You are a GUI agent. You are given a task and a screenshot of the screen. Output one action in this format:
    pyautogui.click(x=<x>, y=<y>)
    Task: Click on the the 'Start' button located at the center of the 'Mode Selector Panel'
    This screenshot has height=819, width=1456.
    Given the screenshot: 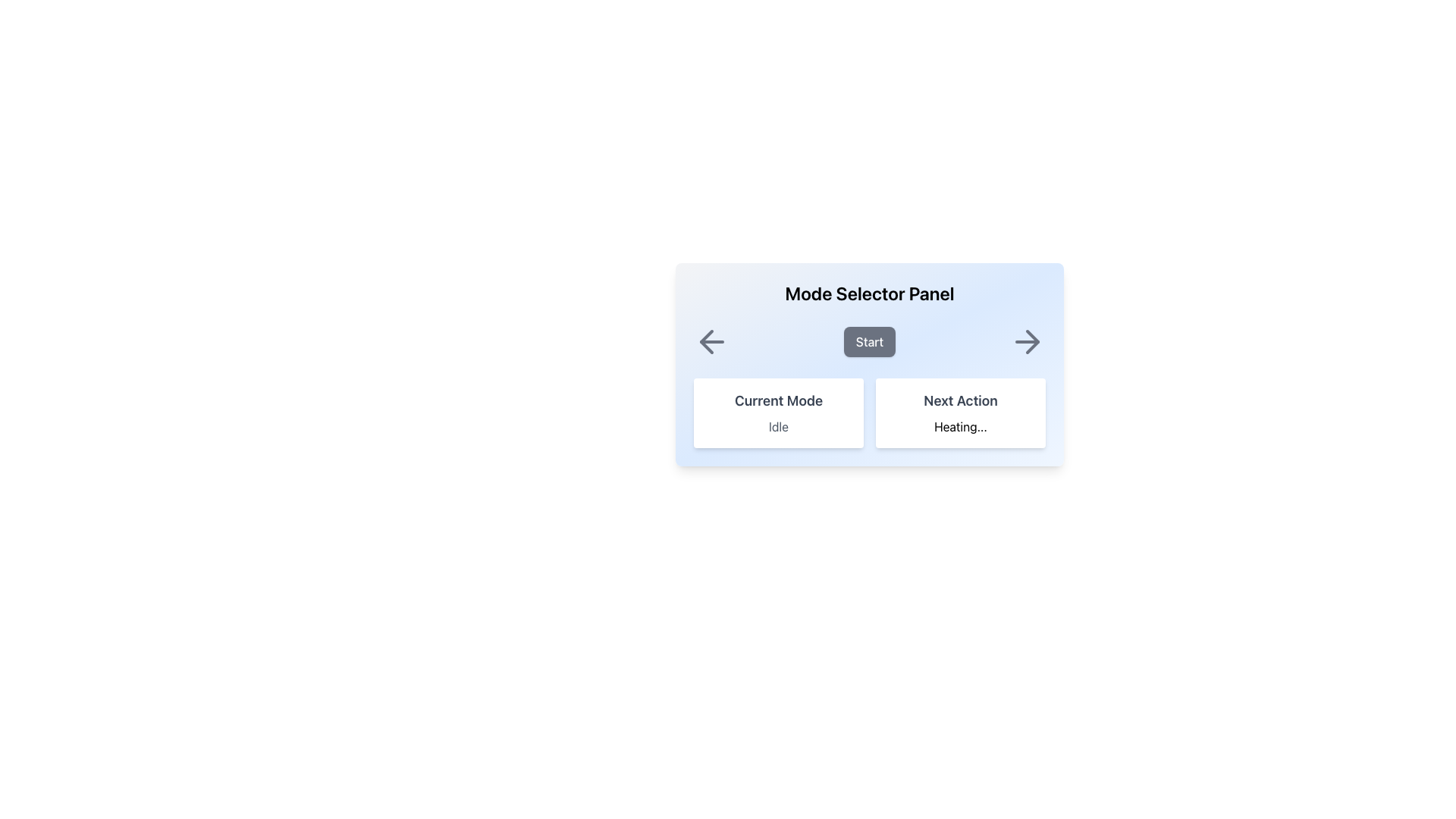 What is the action you would take?
    pyautogui.click(x=870, y=365)
    